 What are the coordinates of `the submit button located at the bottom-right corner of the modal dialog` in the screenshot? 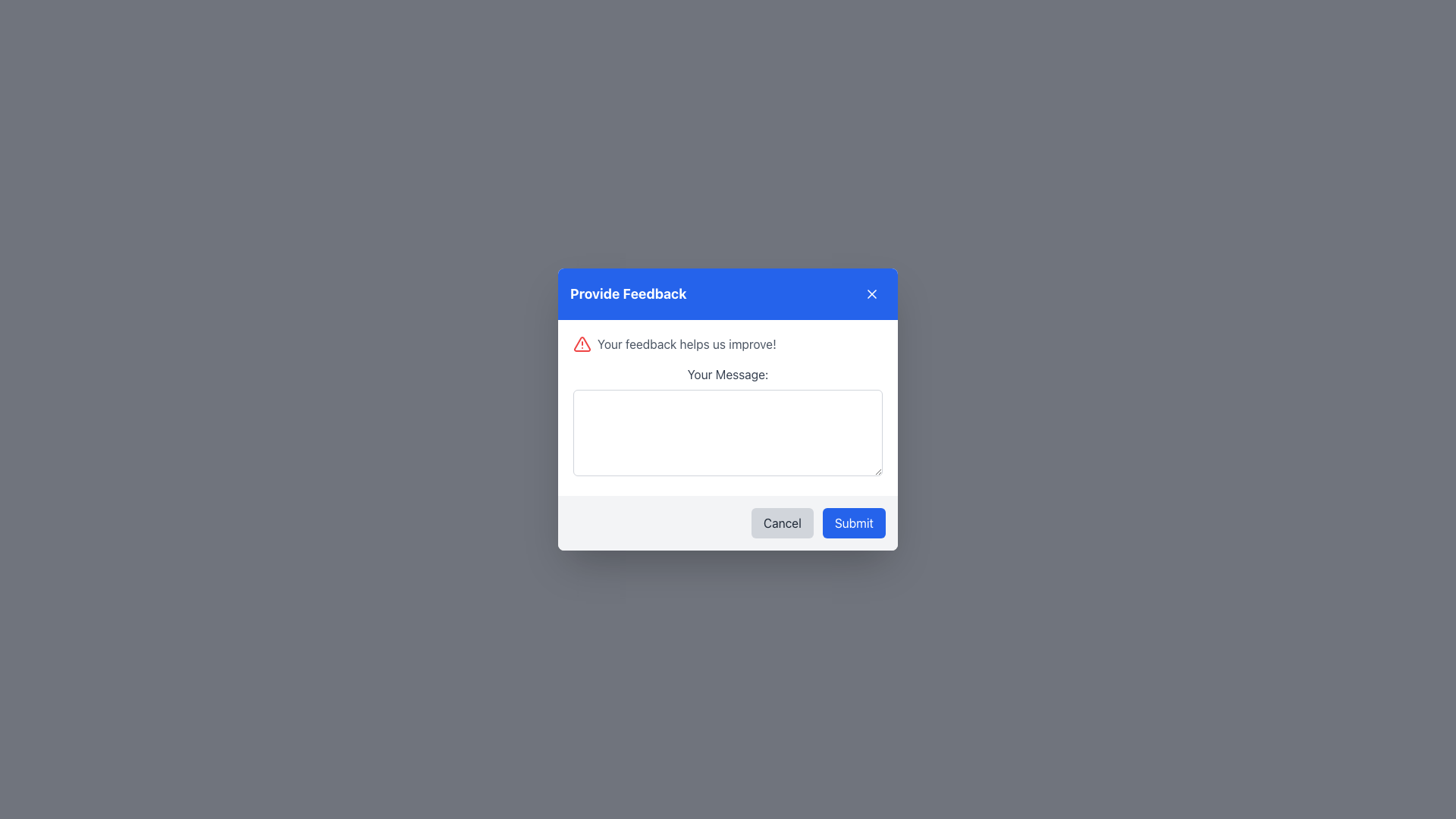 It's located at (854, 522).